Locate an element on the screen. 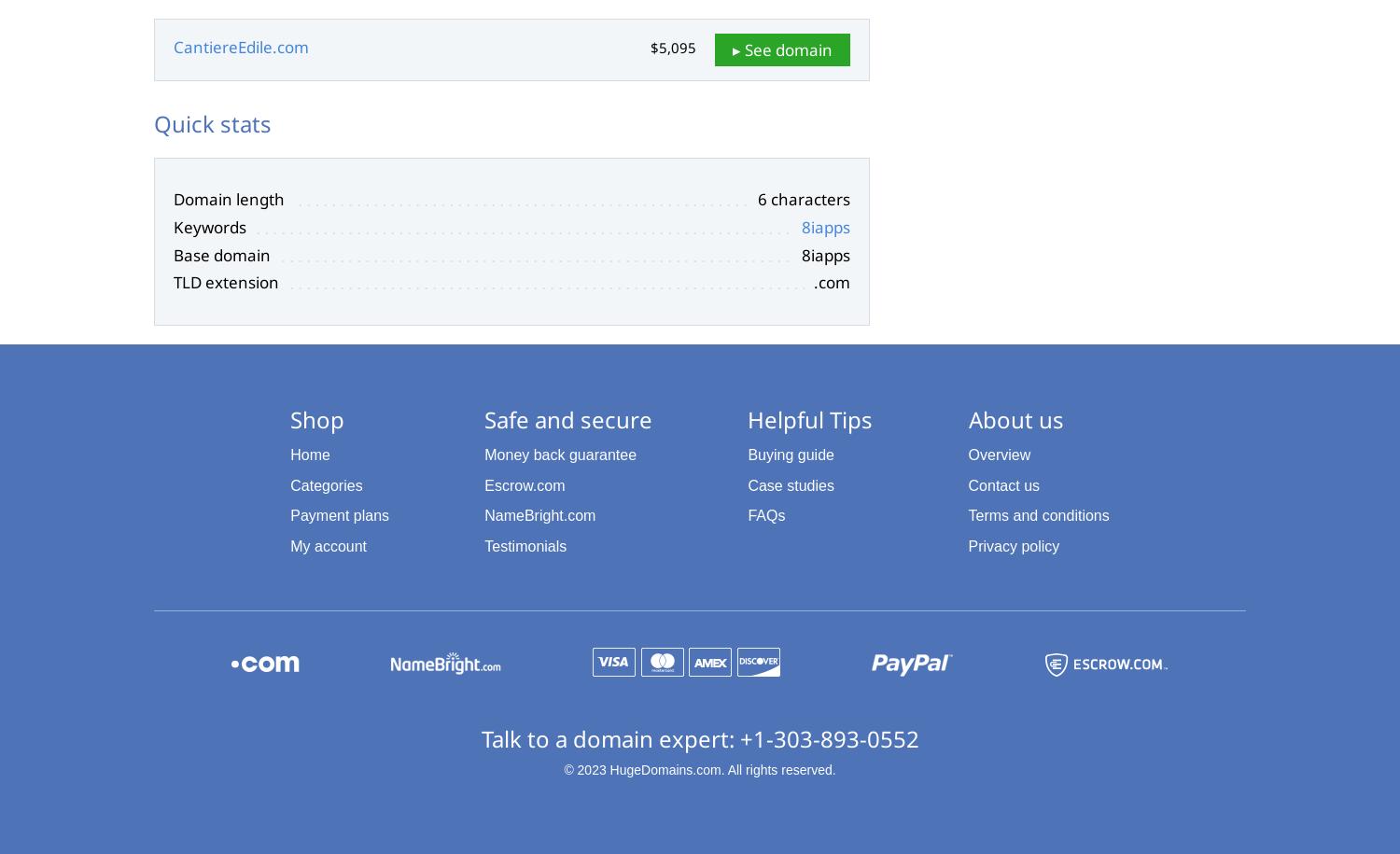  'Buying guide' is located at coordinates (790, 453).